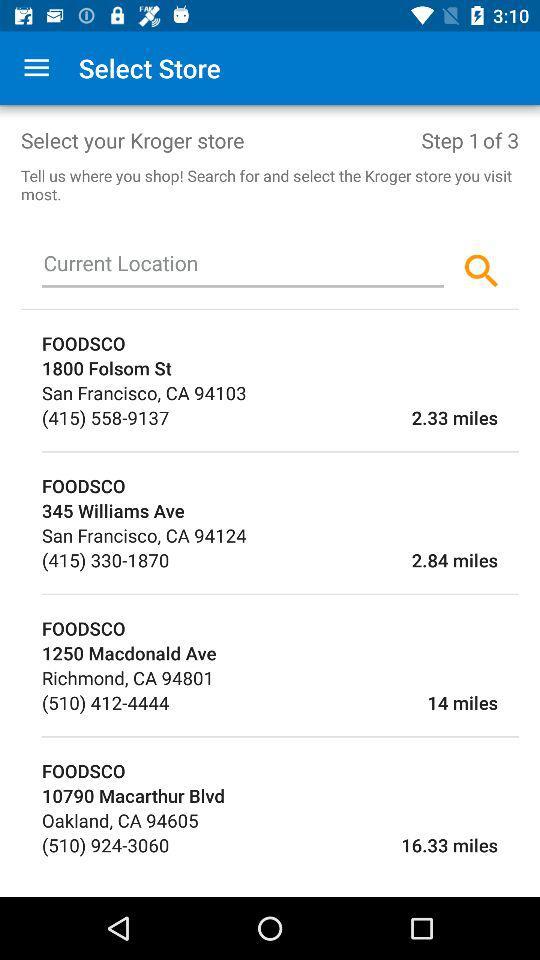 This screenshot has height=960, width=540. What do you see at coordinates (279, 795) in the screenshot?
I see `the item above oakland, ca 94605 item` at bounding box center [279, 795].